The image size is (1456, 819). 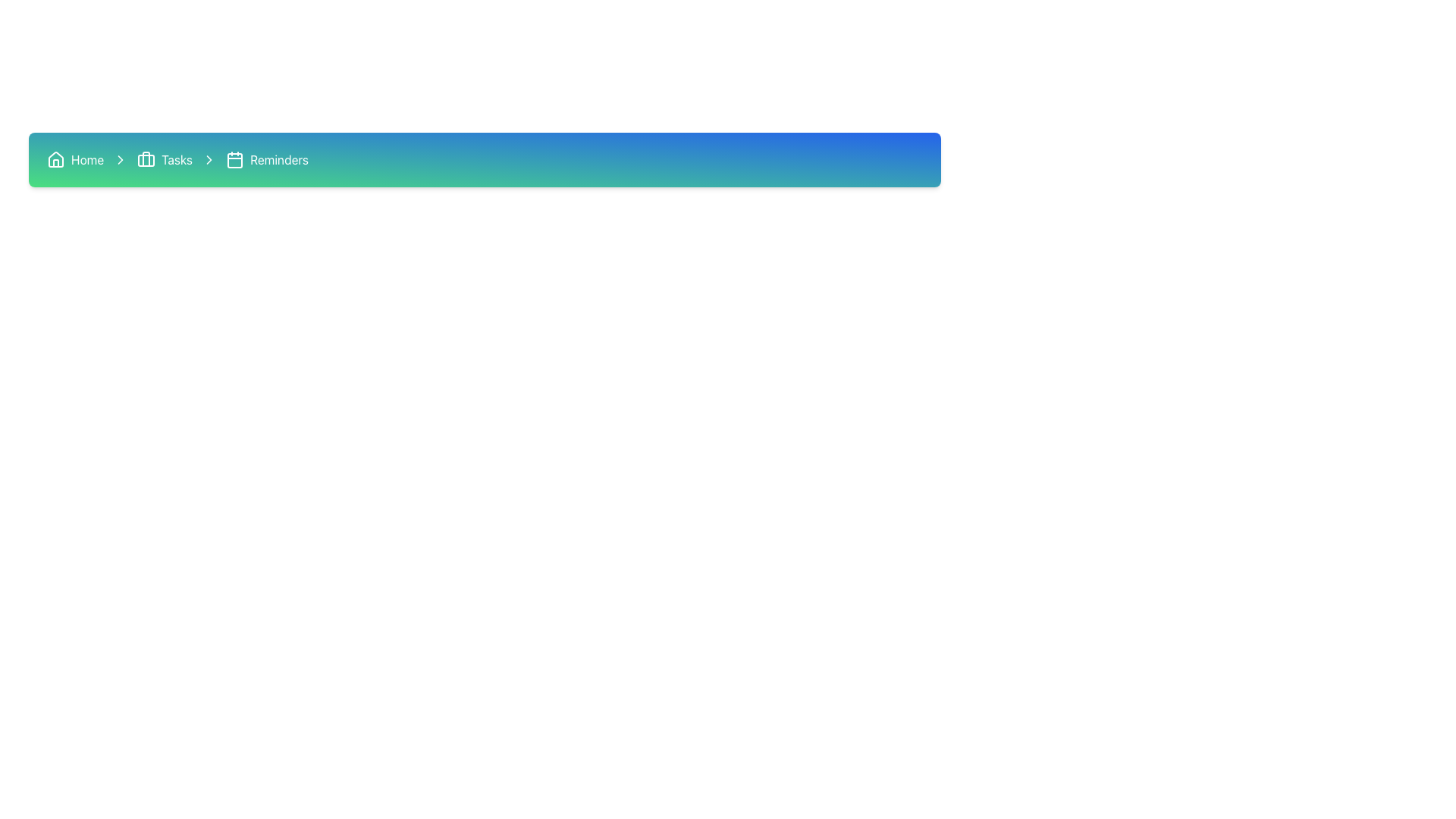 What do you see at coordinates (209, 160) in the screenshot?
I see `the Chevron Icon that serves as a separator in the breadcrumb navigation between 'Tasks' and 'Reminders'` at bounding box center [209, 160].